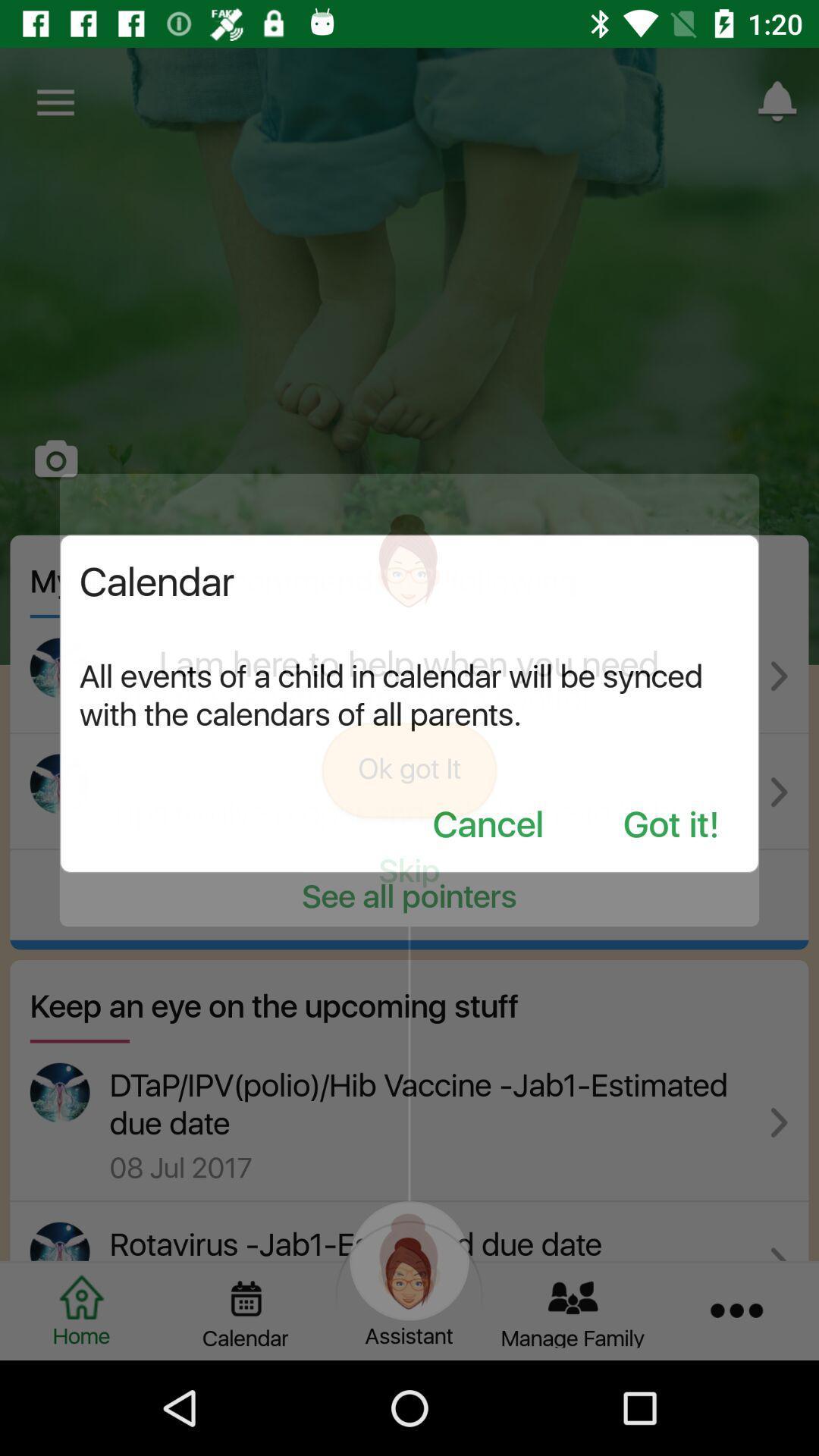 Image resolution: width=819 pixels, height=1456 pixels. Describe the element at coordinates (488, 825) in the screenshot. I see `item next to got it! icon` at that location.